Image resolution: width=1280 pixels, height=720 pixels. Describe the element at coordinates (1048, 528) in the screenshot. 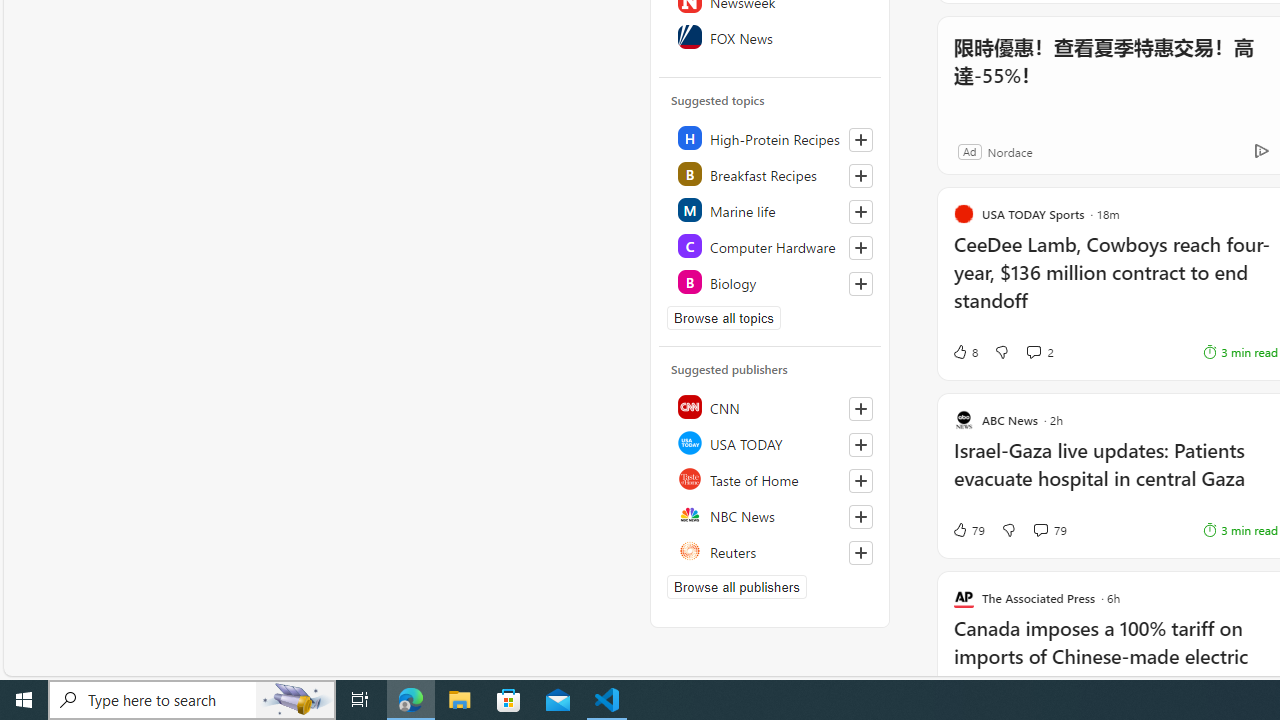

I see `'View comments 79 Comment'` at that location.